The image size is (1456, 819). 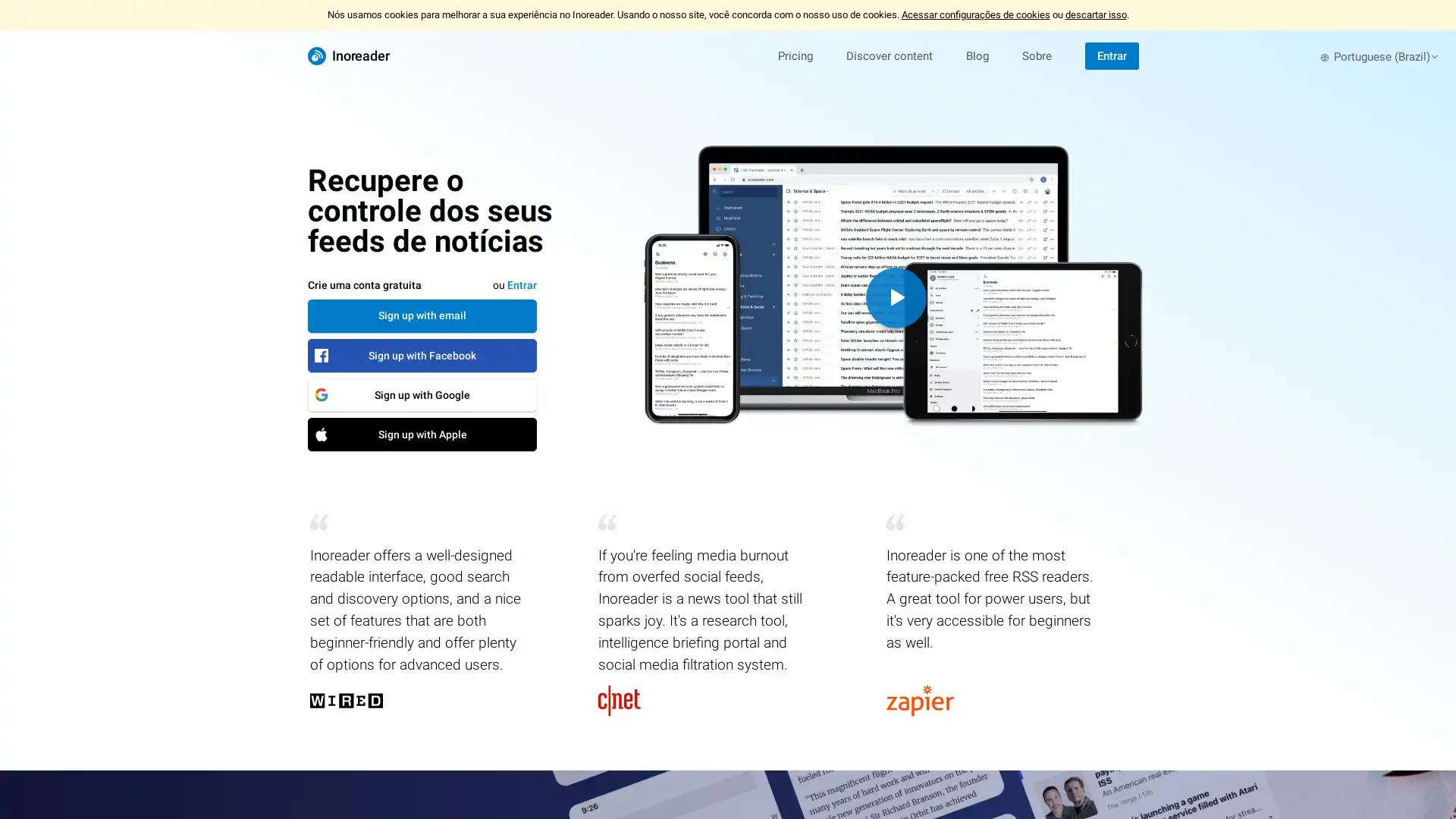 What do you see at coordinates (422, 315) in the screenshot?
I see `Sign up with email` at bounding box center [422, 315].